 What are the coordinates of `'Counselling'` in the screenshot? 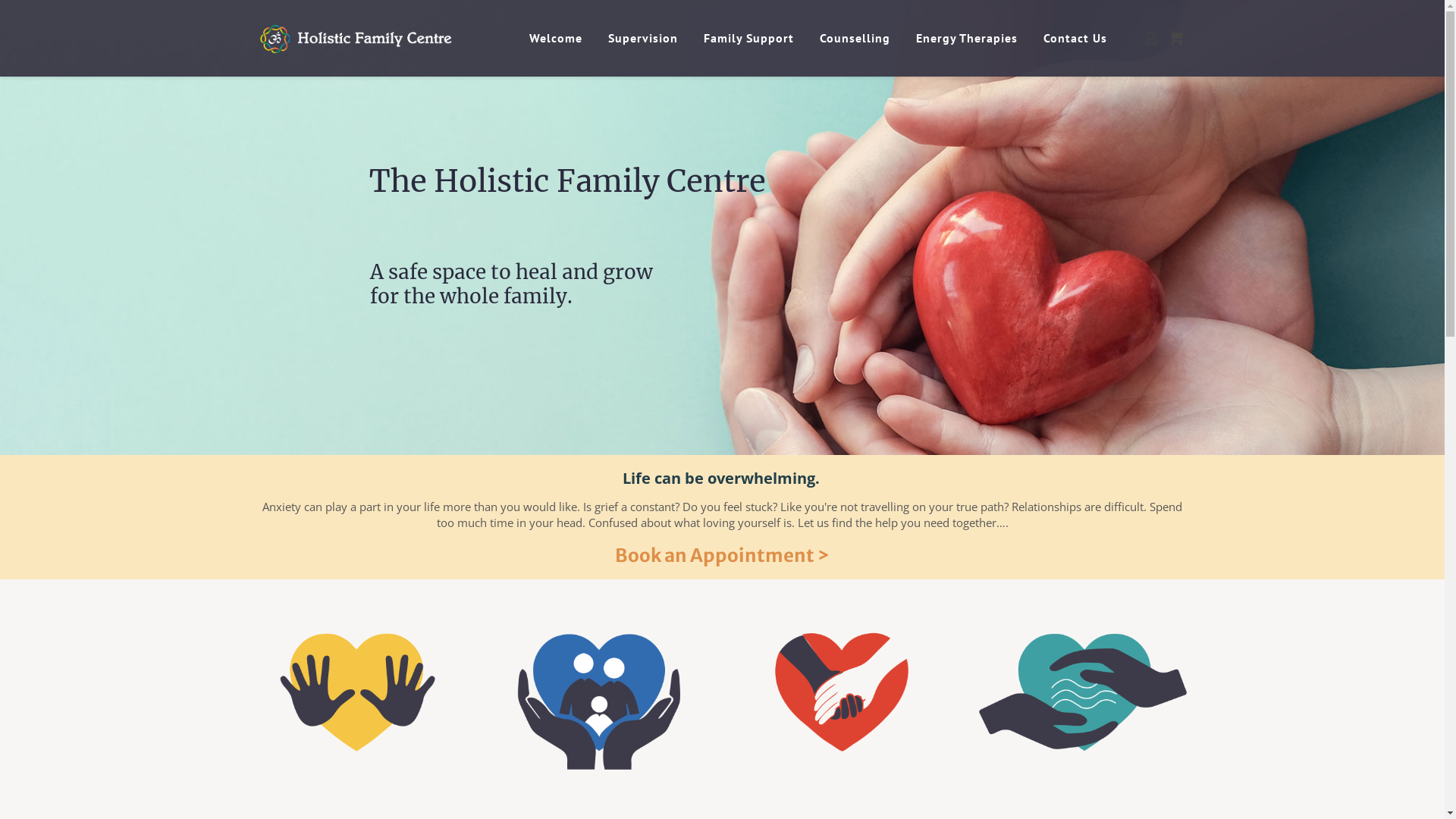 It's located at (856, 37).